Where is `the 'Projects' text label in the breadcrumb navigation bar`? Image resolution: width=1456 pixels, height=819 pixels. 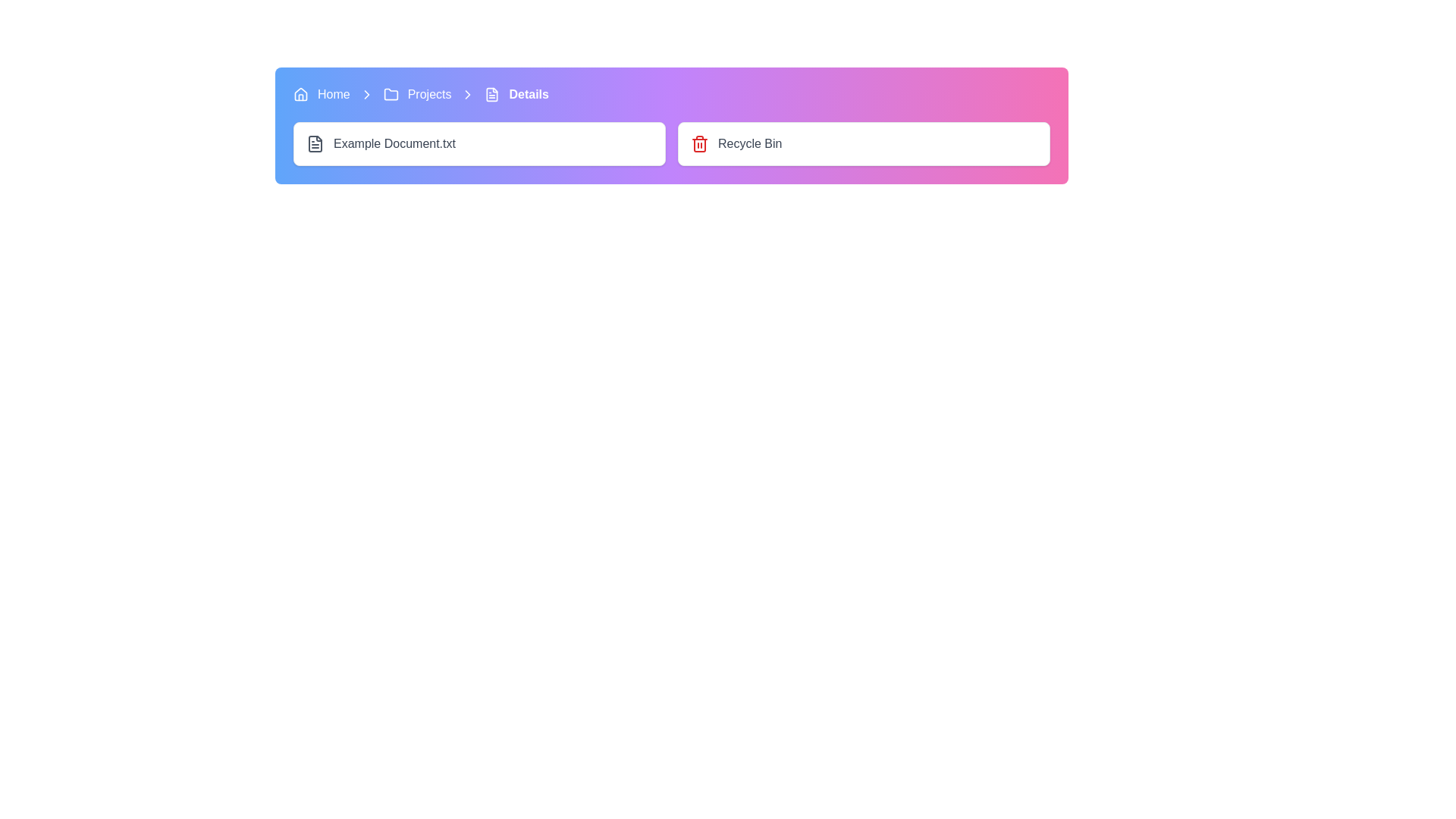
the 'Projects' text label in the breadcrumb navigation bar is located at coordinates (428, 94).